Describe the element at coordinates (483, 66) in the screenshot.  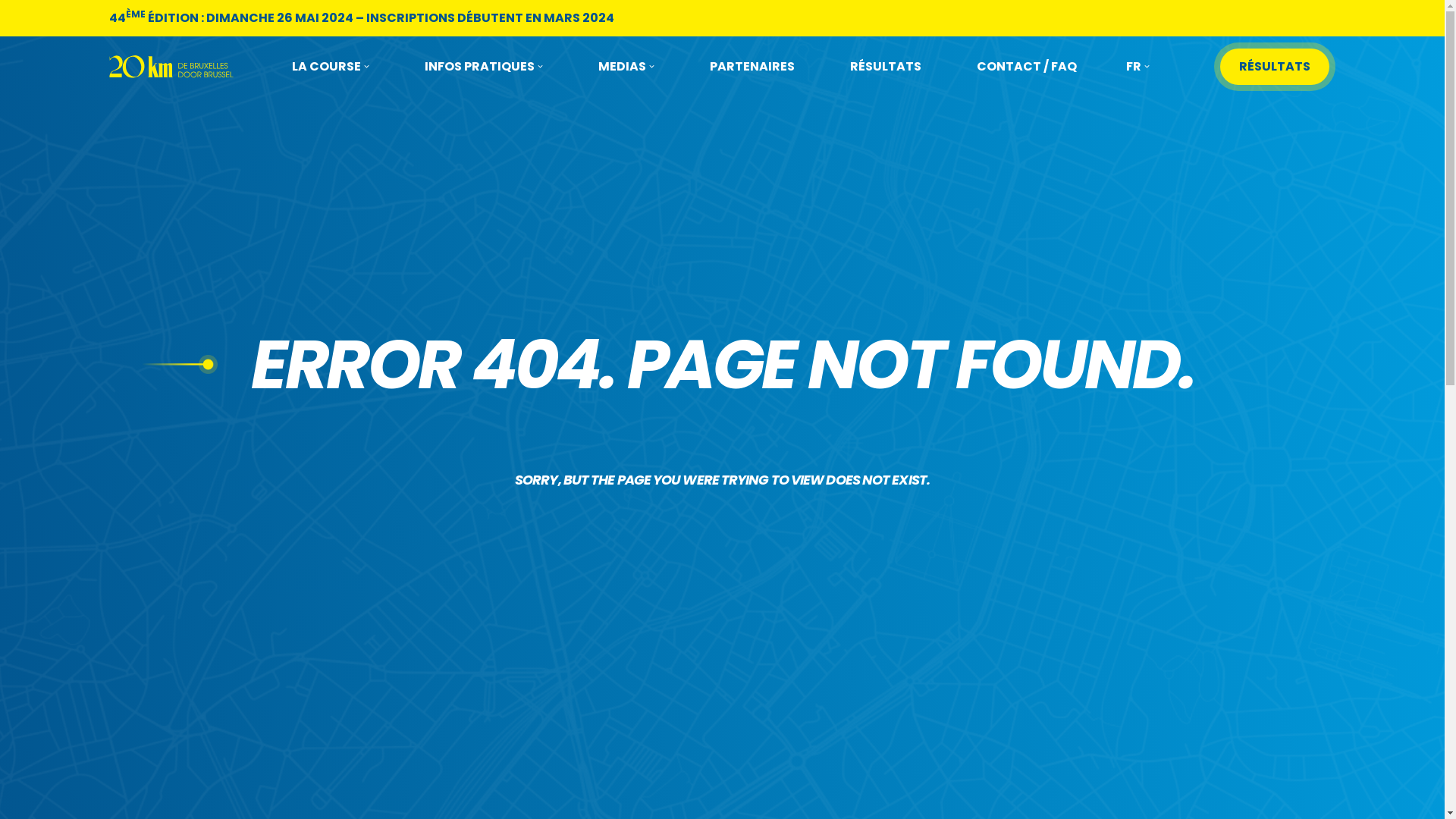
I see `'INFOS PRATIQUES'` at that location.